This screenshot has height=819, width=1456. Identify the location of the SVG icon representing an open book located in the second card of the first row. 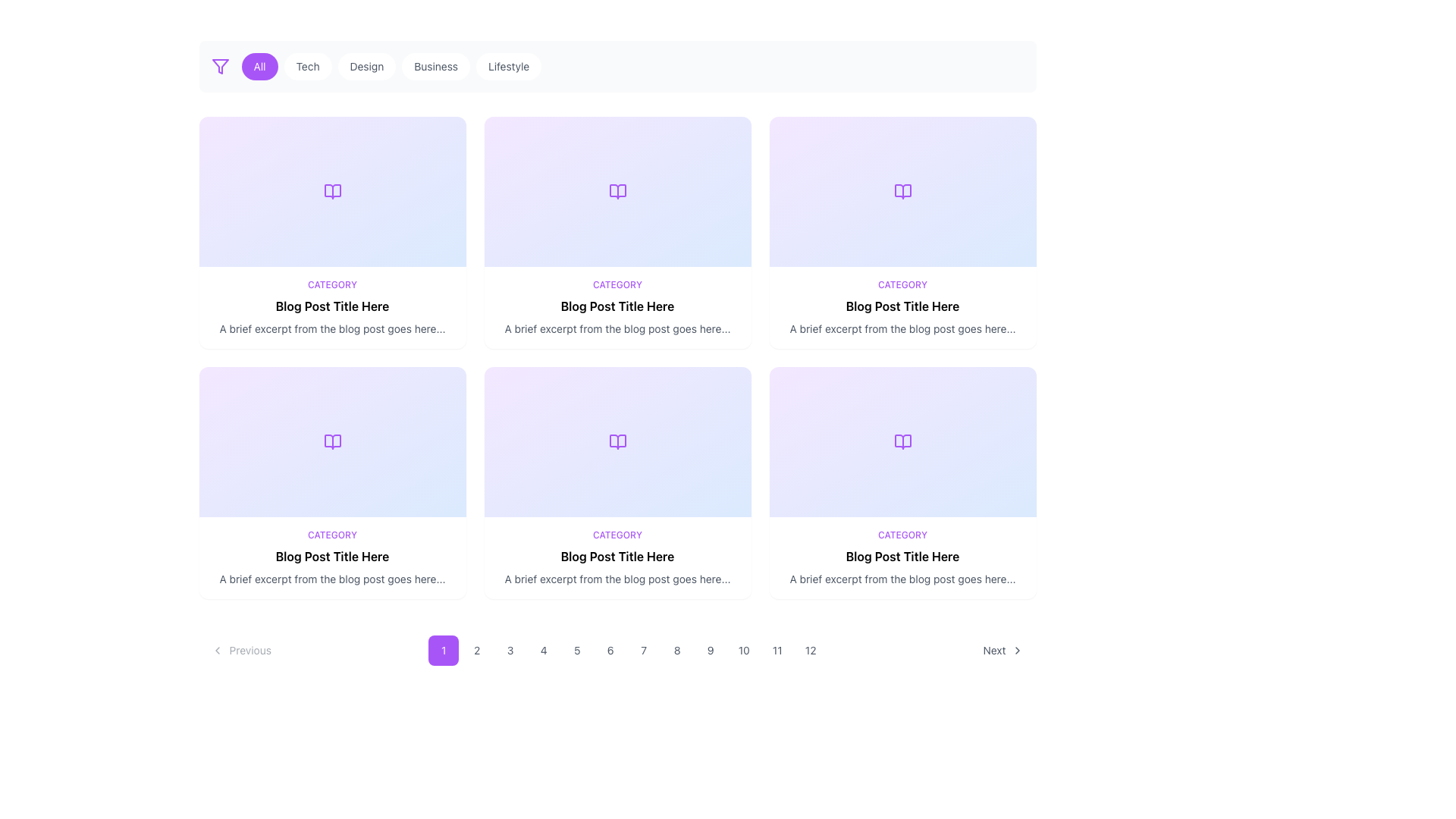
(617, 191).